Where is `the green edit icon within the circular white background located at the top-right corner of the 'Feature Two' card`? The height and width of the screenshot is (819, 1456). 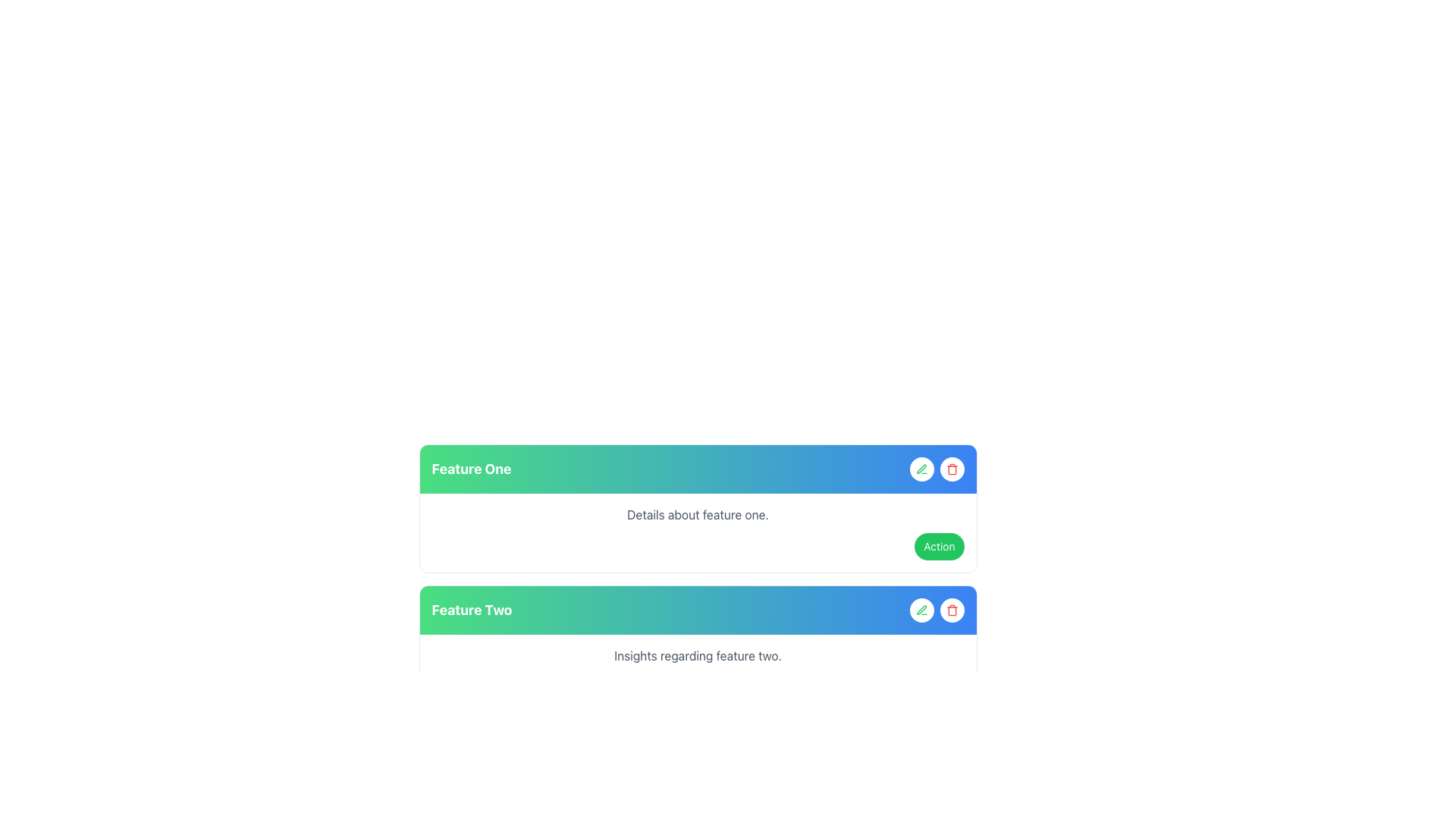 the green edit icon within the circular white background located at the top-right corner of the 'Feature Two' card is located at coordinates (921, 468).